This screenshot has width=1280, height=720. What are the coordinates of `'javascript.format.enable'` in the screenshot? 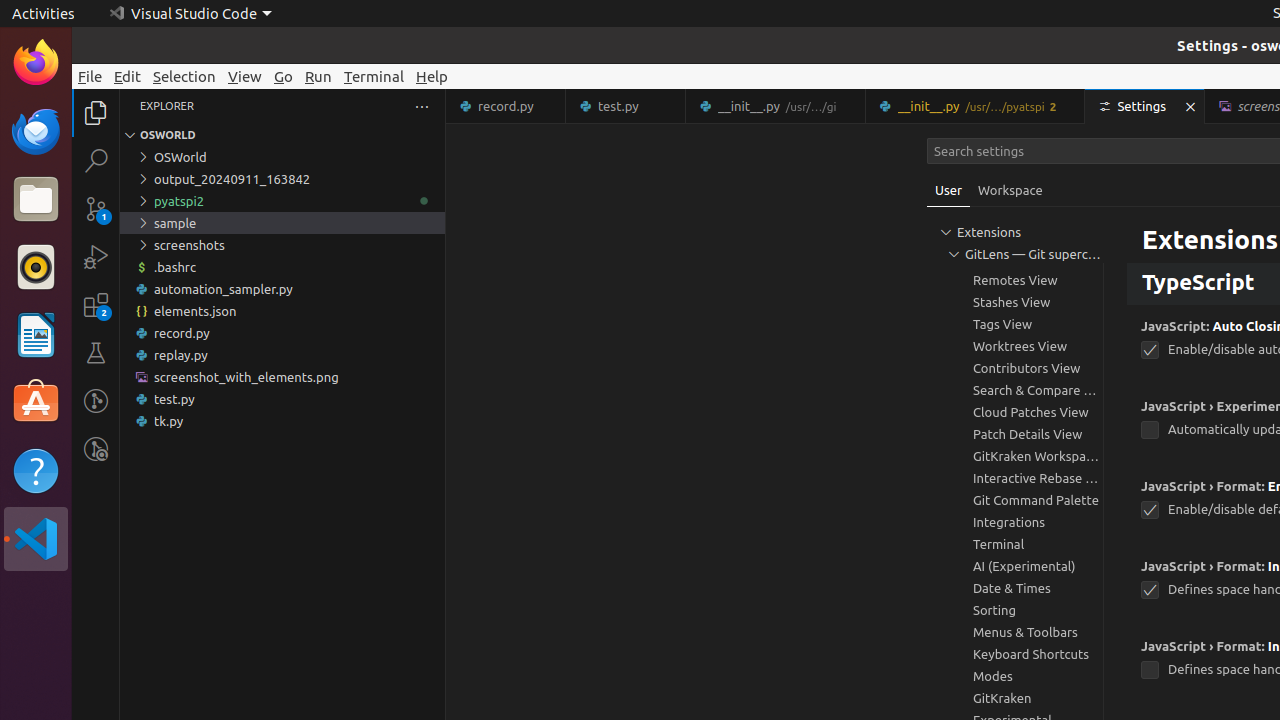 It's located at (1149, 509).